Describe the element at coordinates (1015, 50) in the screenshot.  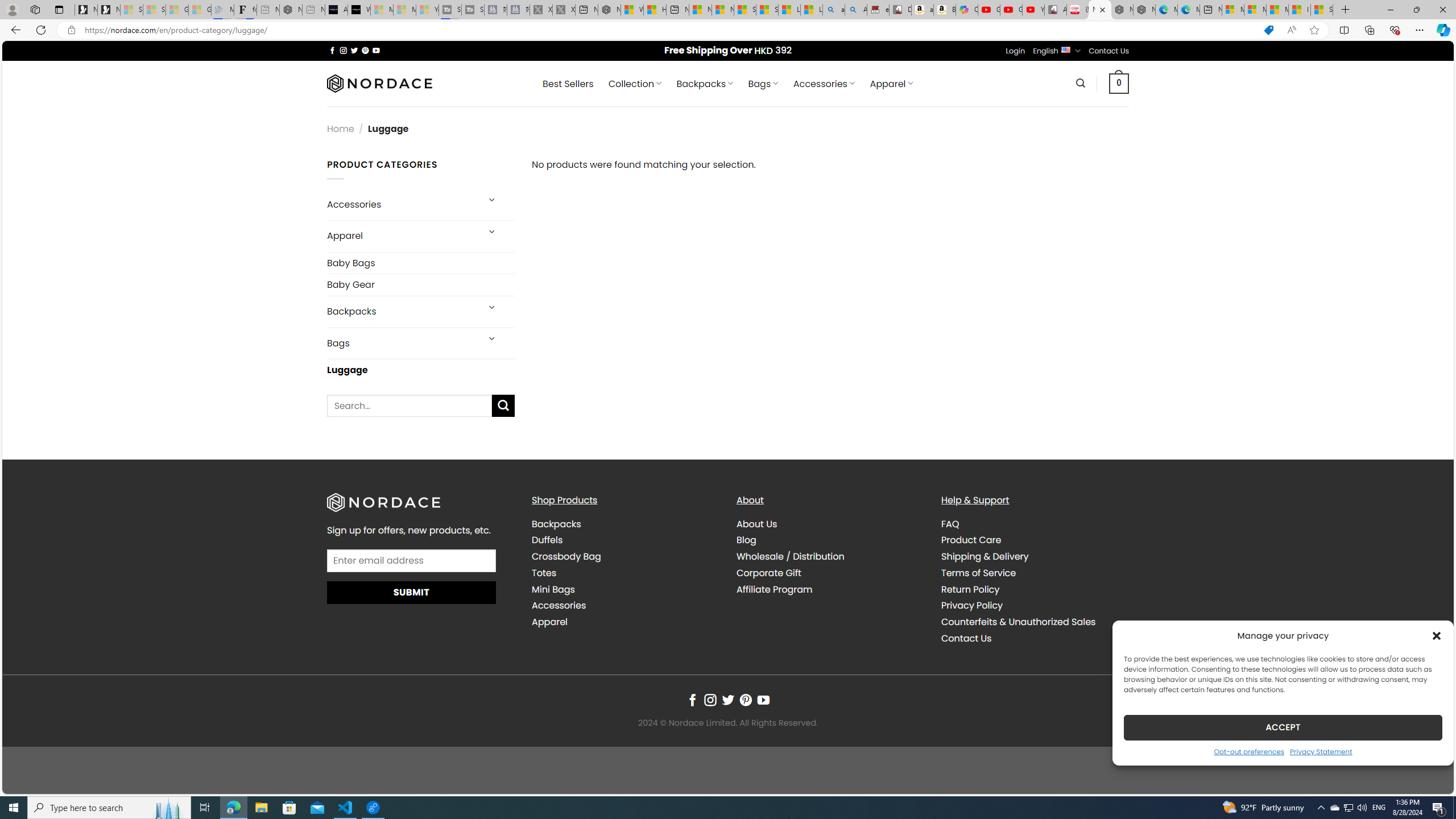
I see `'Login'` at that location.